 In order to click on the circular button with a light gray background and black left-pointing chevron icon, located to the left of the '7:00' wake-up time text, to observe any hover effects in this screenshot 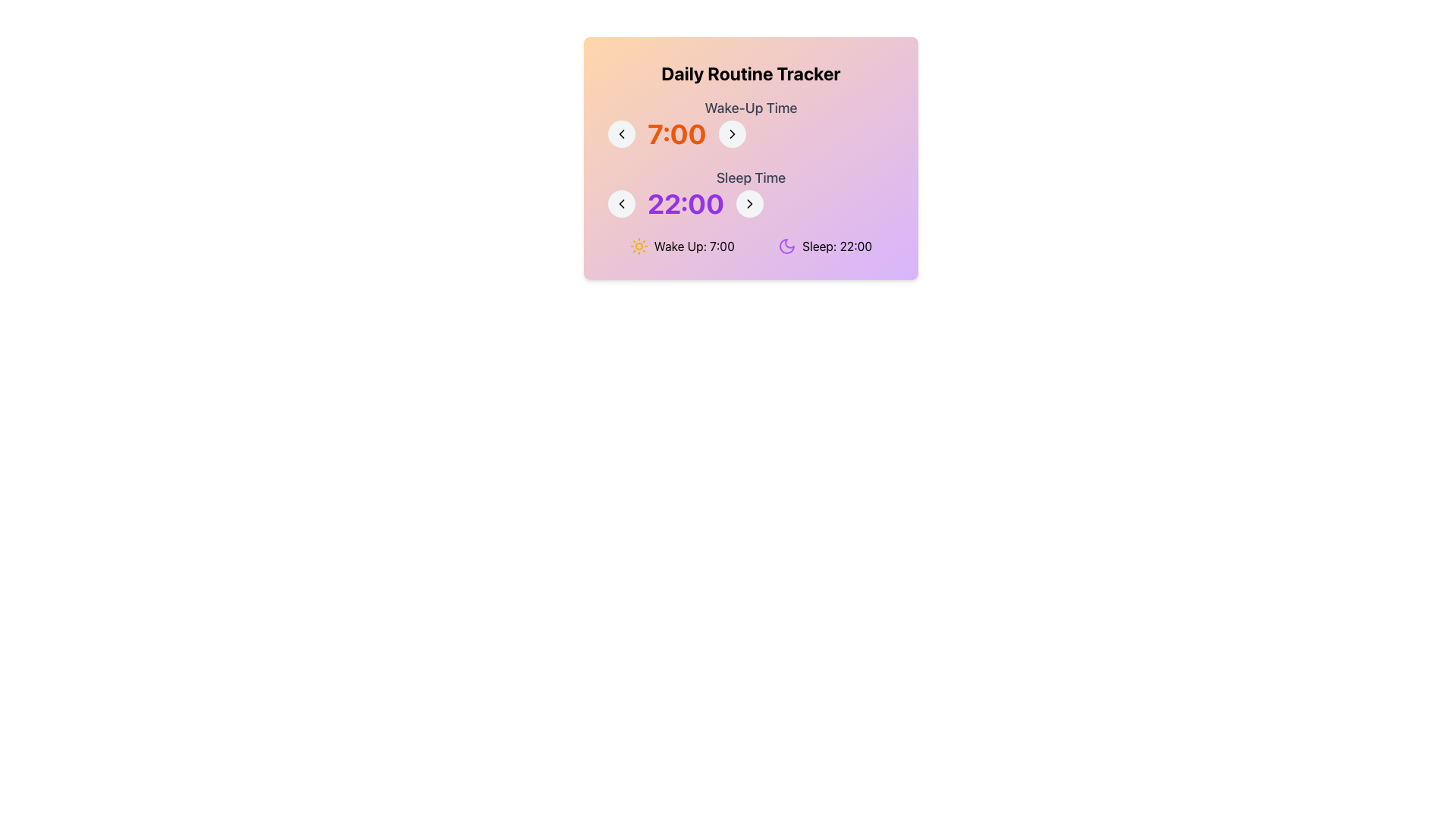, I will do `click(622, 133)`.